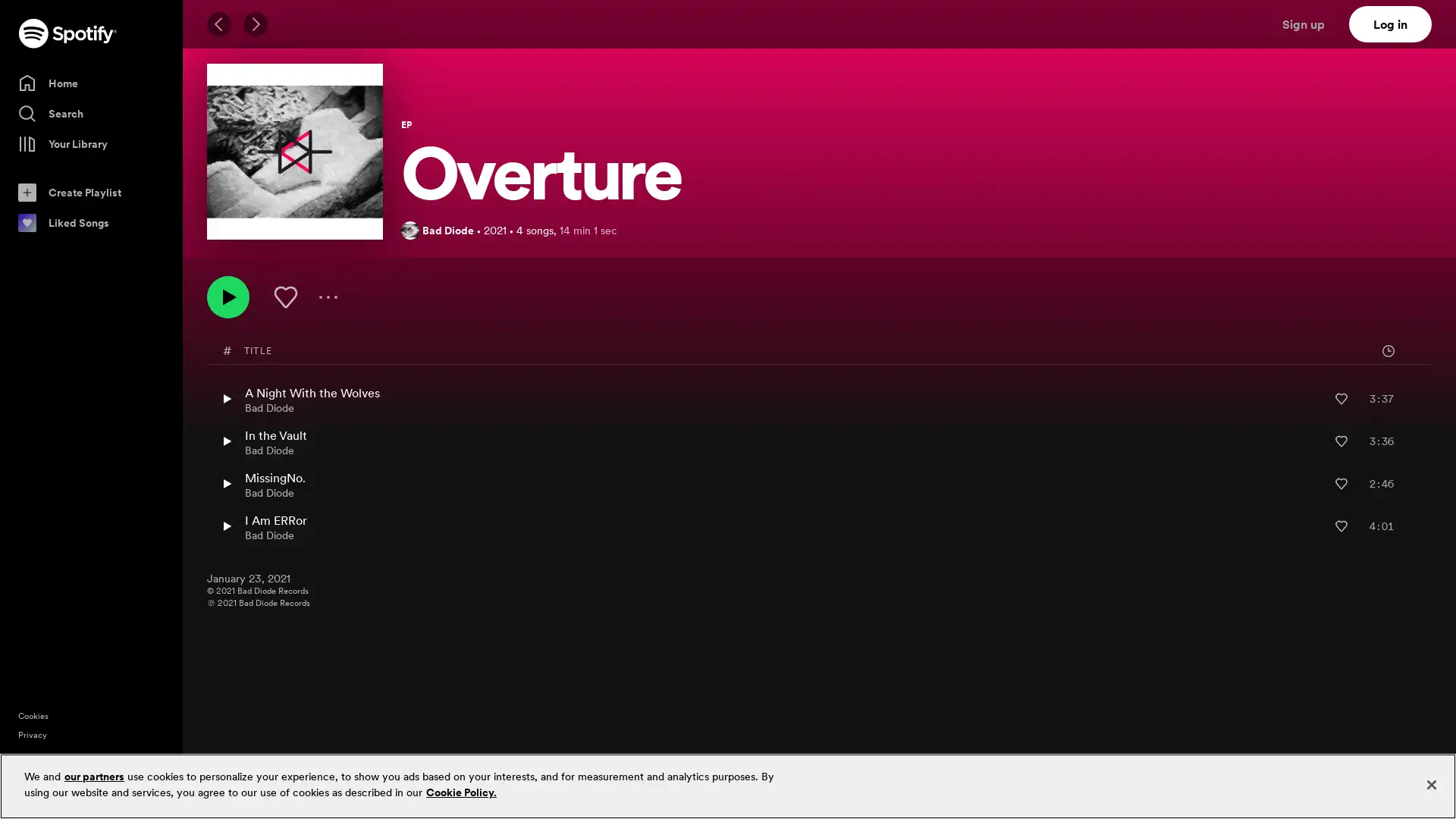 This screenshot has width=1456, height=819. Describe the element at coordinates (1430, 784) in the screenshot. I see `Close` at that location.